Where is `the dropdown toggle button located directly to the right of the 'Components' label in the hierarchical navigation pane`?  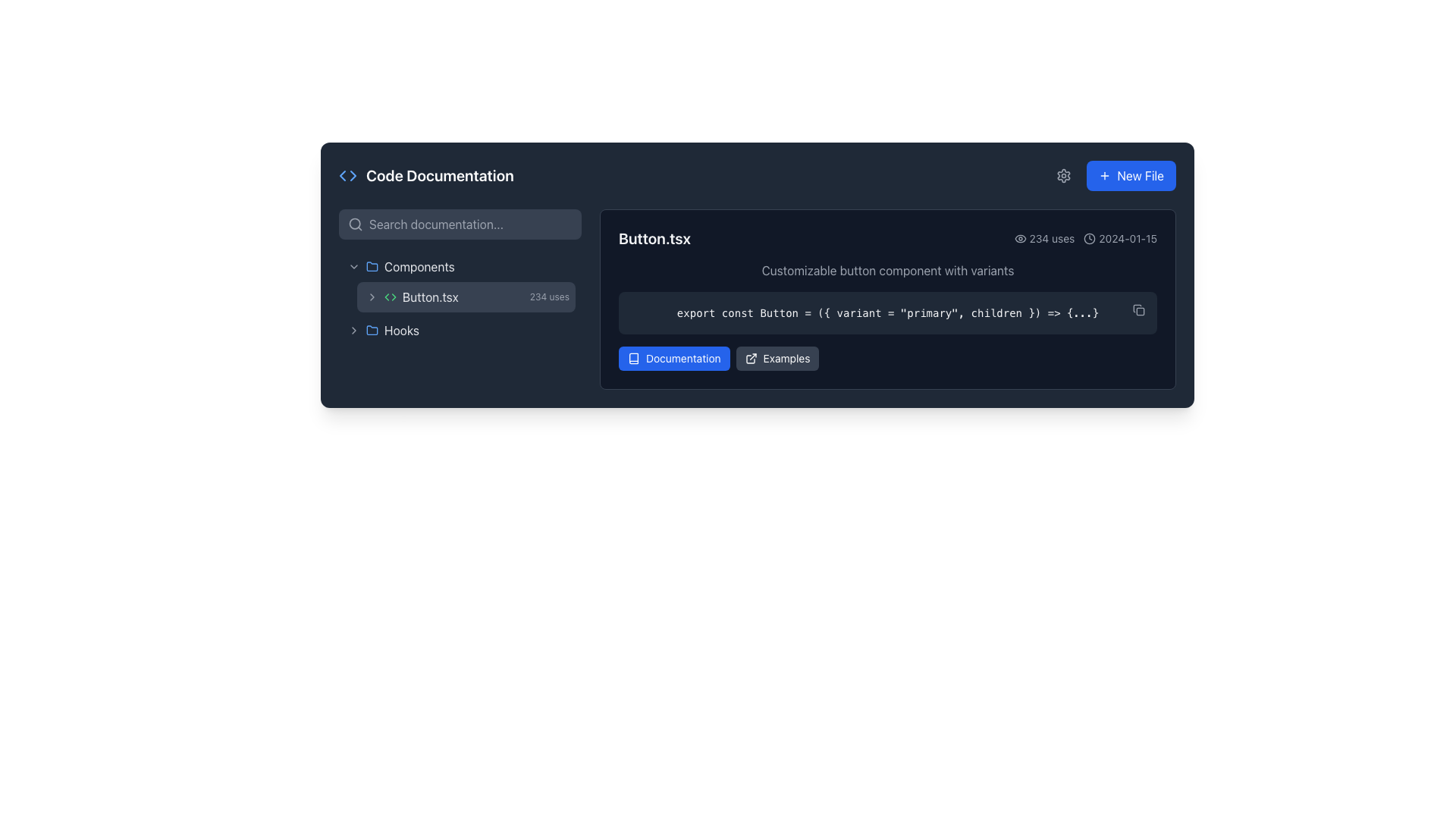 the dropdown toggle button located directly to the right of the 'Components' label in the hierarchical navigation pane is located at coordinates (353, 265).